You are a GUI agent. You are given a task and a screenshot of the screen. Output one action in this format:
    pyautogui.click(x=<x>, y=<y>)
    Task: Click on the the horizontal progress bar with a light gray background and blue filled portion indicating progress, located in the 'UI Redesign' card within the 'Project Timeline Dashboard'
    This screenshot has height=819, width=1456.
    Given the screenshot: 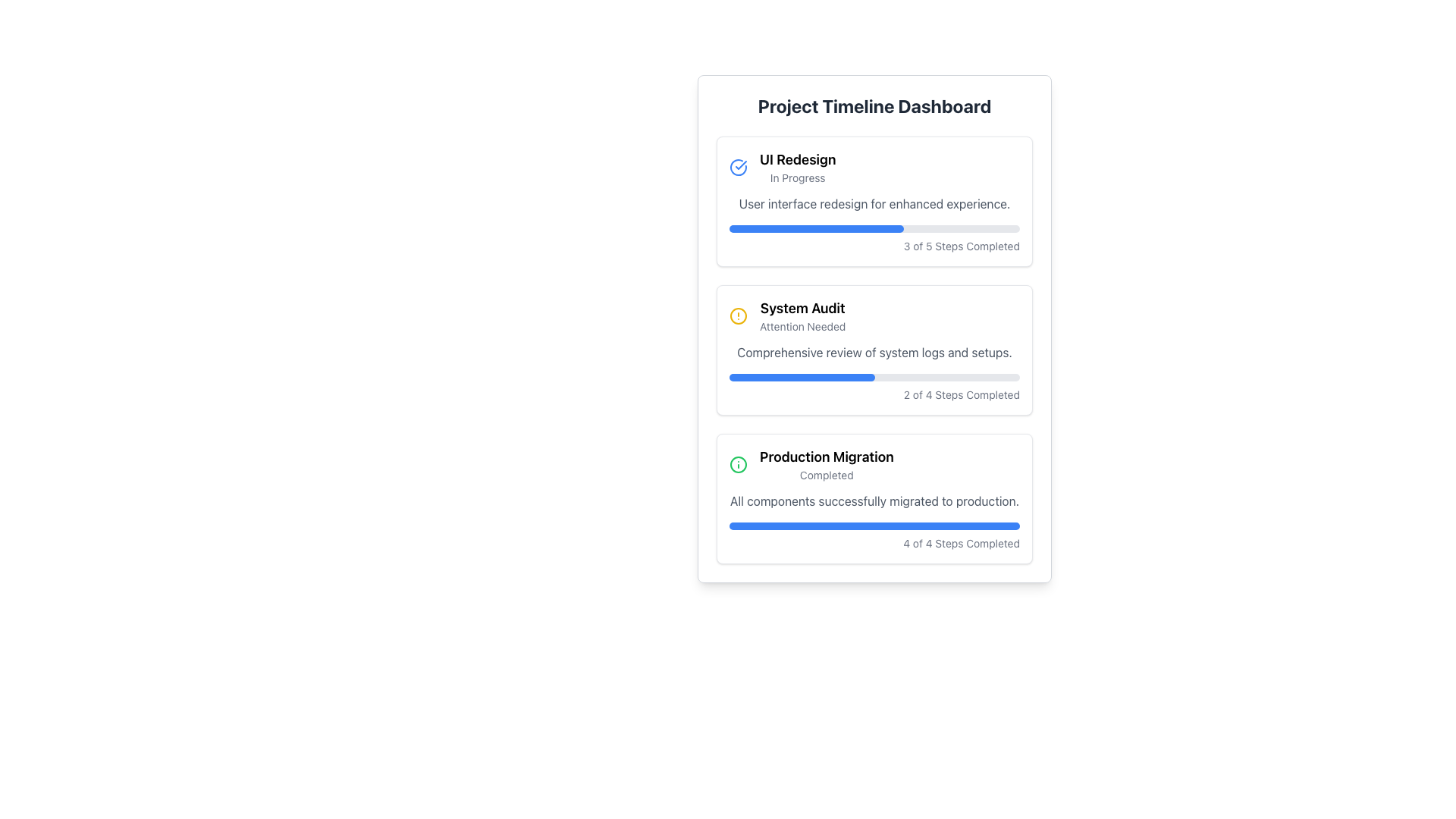 What is the action you would take?
    pyautogui.click(x=874, y=228)
    